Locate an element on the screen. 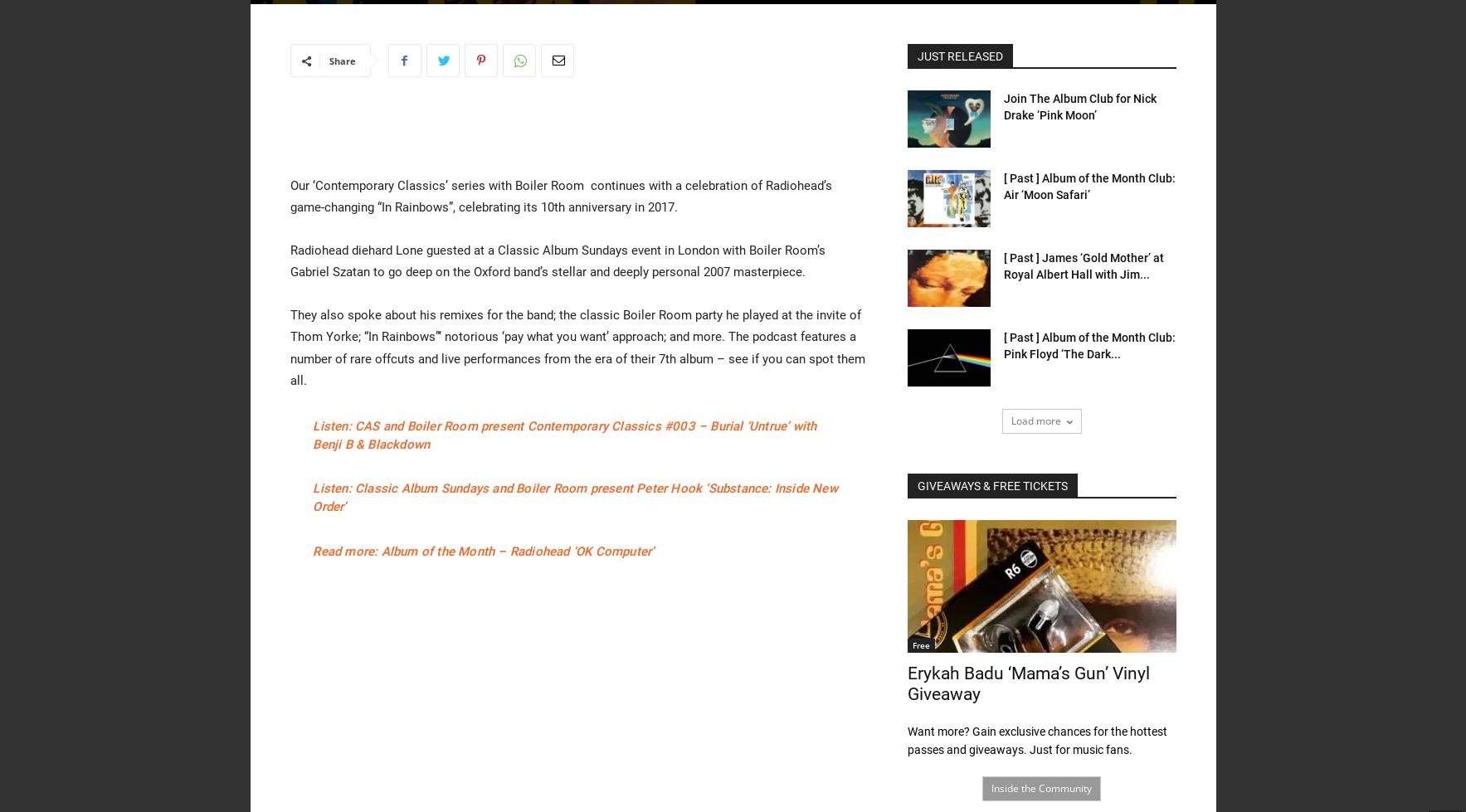 This screenshot has width=1466, height=812. '[ Past ] James ‘Gold Mother’ at Royal Albert Hall with Jim...' is located at coordinates (1082, 266).